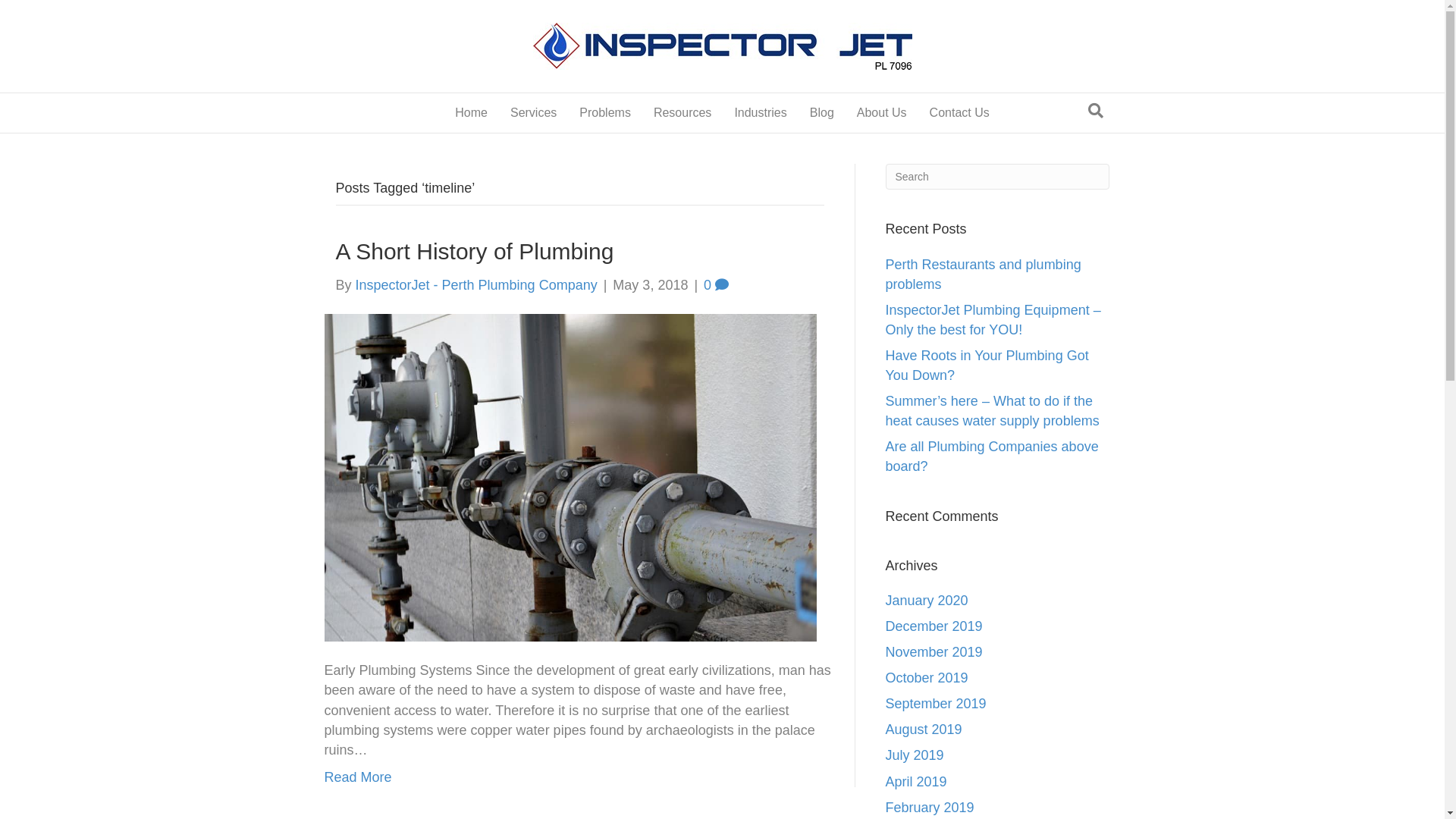 This screenshot has height=819, width=1456. What do you see at coordinates (498, 112) in the screenshot?
I see `'Services'` at bounding box center [498, 112].